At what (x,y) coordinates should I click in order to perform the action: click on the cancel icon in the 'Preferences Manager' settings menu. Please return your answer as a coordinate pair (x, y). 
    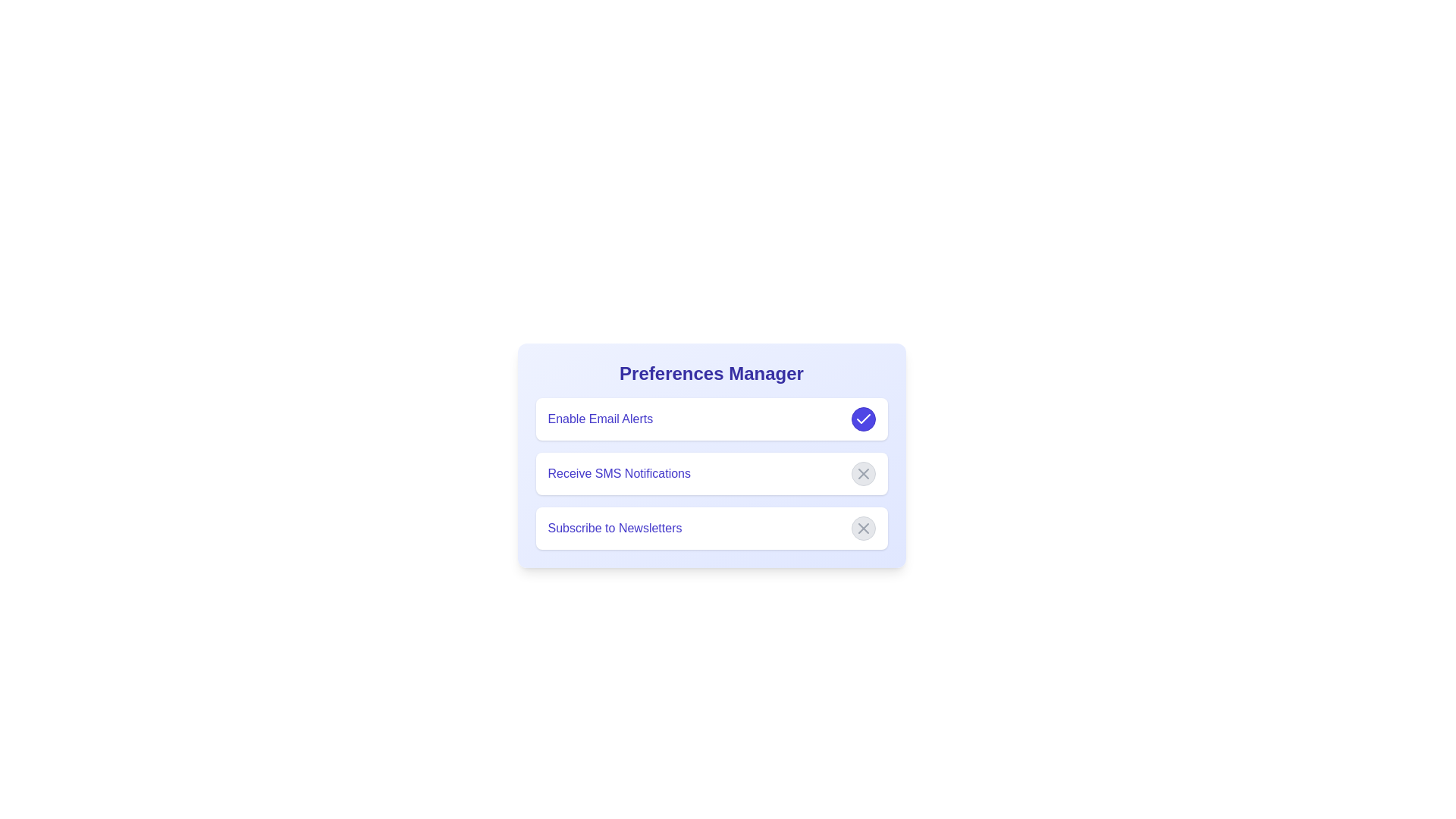
    Looking at the image, I should click on (863, 472).